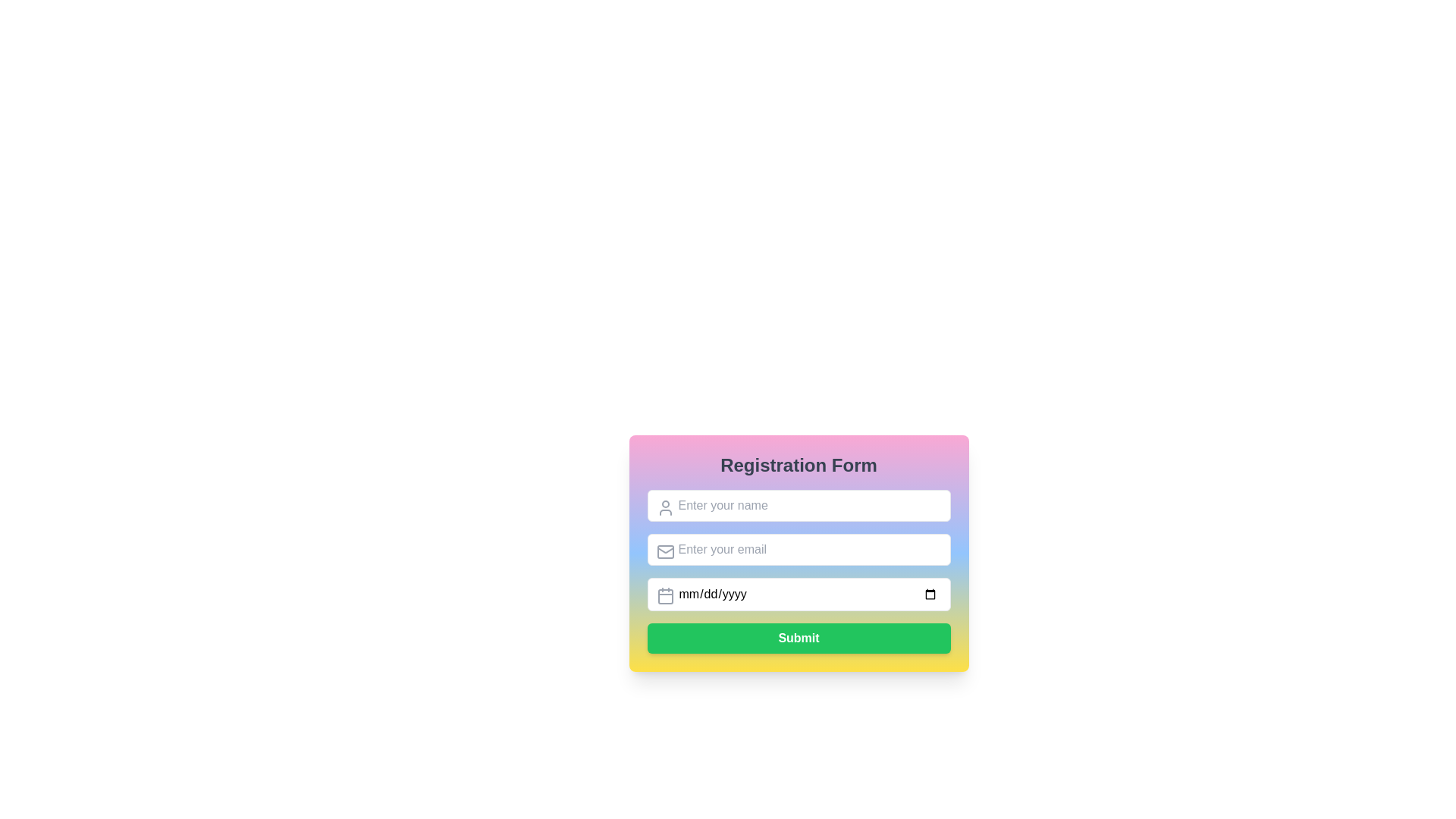 Image resolution: width=1456 pixels, height=819 pixels. Describe the element at coordinates (665, 508) in the screenshot. I see `the icon that visually represents the purpose of the adjacent input field labeled 'Enter your name'` at that location.